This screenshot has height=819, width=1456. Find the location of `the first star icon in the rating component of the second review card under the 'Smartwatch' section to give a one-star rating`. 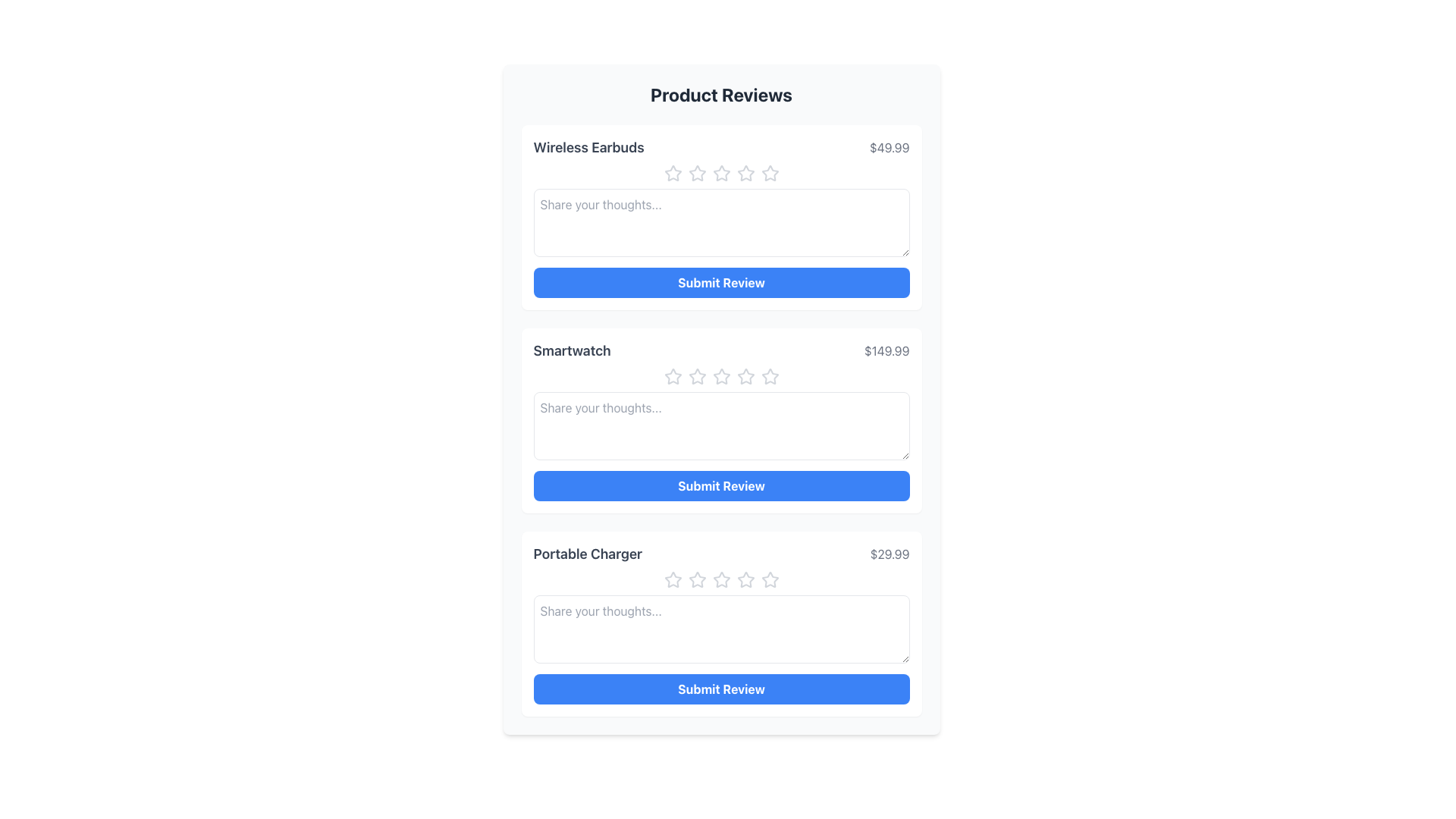

the first star icon in the rating component of the second review card under the 'Smartwatch' section to give a one-star rating is located at coordinates (672, 375).